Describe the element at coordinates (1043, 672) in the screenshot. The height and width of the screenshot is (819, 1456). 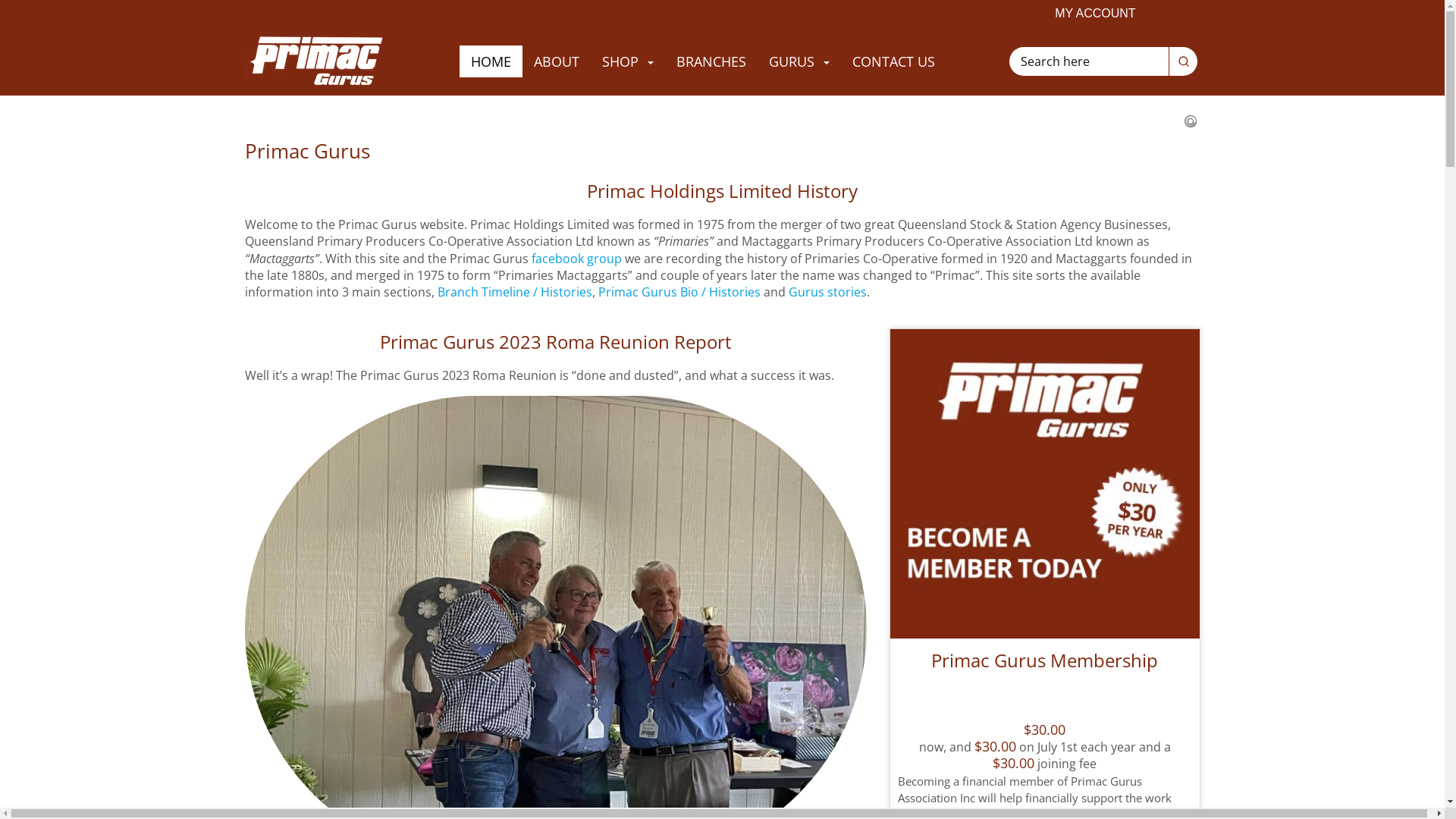
I see `'Primac Gurus Membership'` at that location.